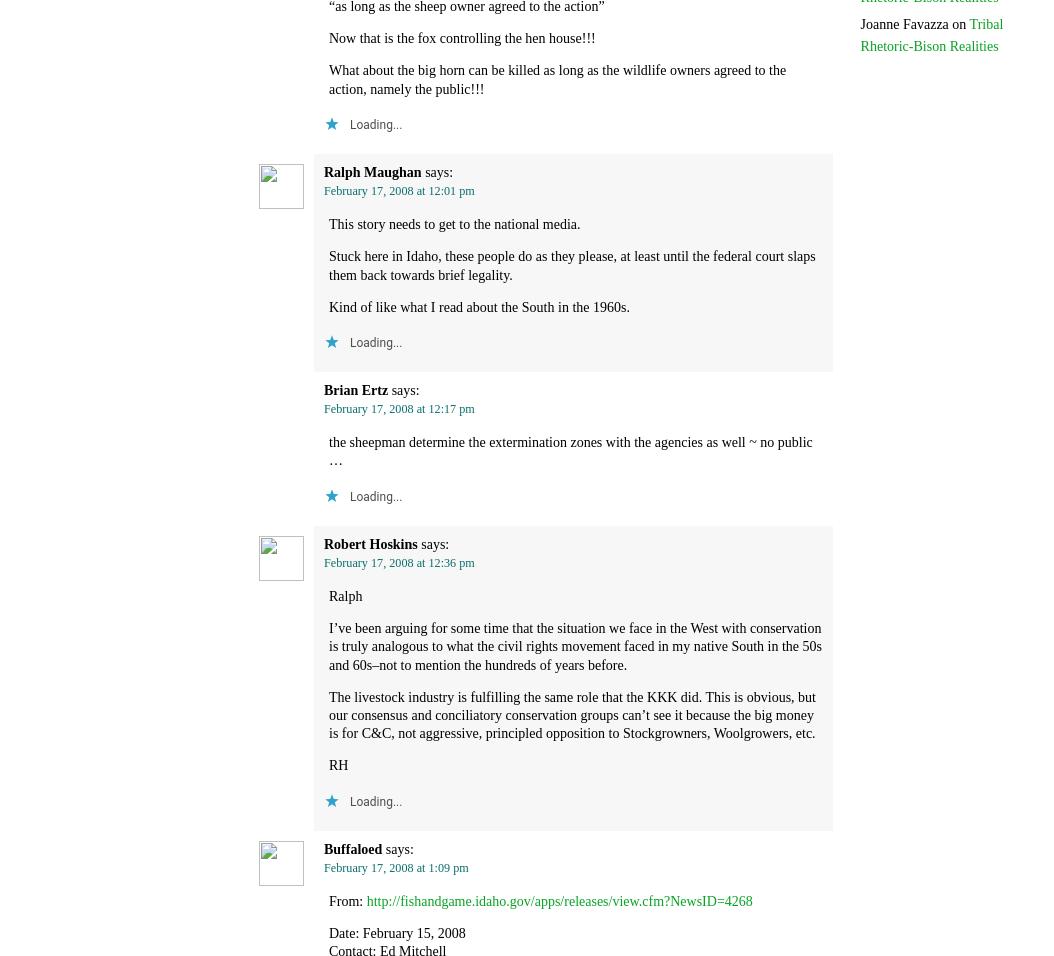  Describe the element at coordinates (478, 305) in the screenshot. I see `'Kind of like what I read about the South in the 1960s.'` at that location.